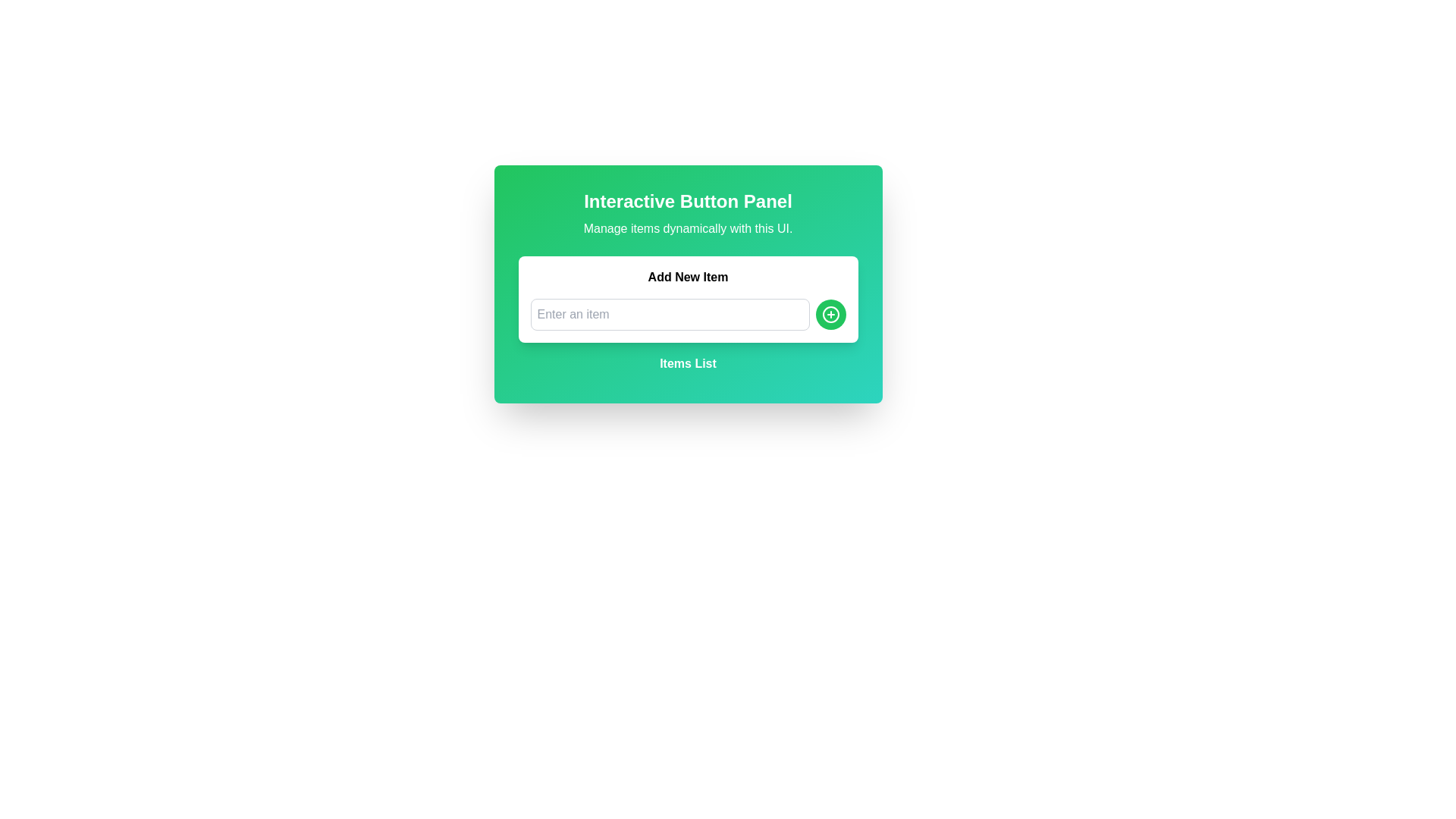 The height and width of the screenshot is (819, 1456). Describe the element at coordinates (830, 314) in the screenshot. I see `the button with a plus sign located to the right of the input field` at that location.